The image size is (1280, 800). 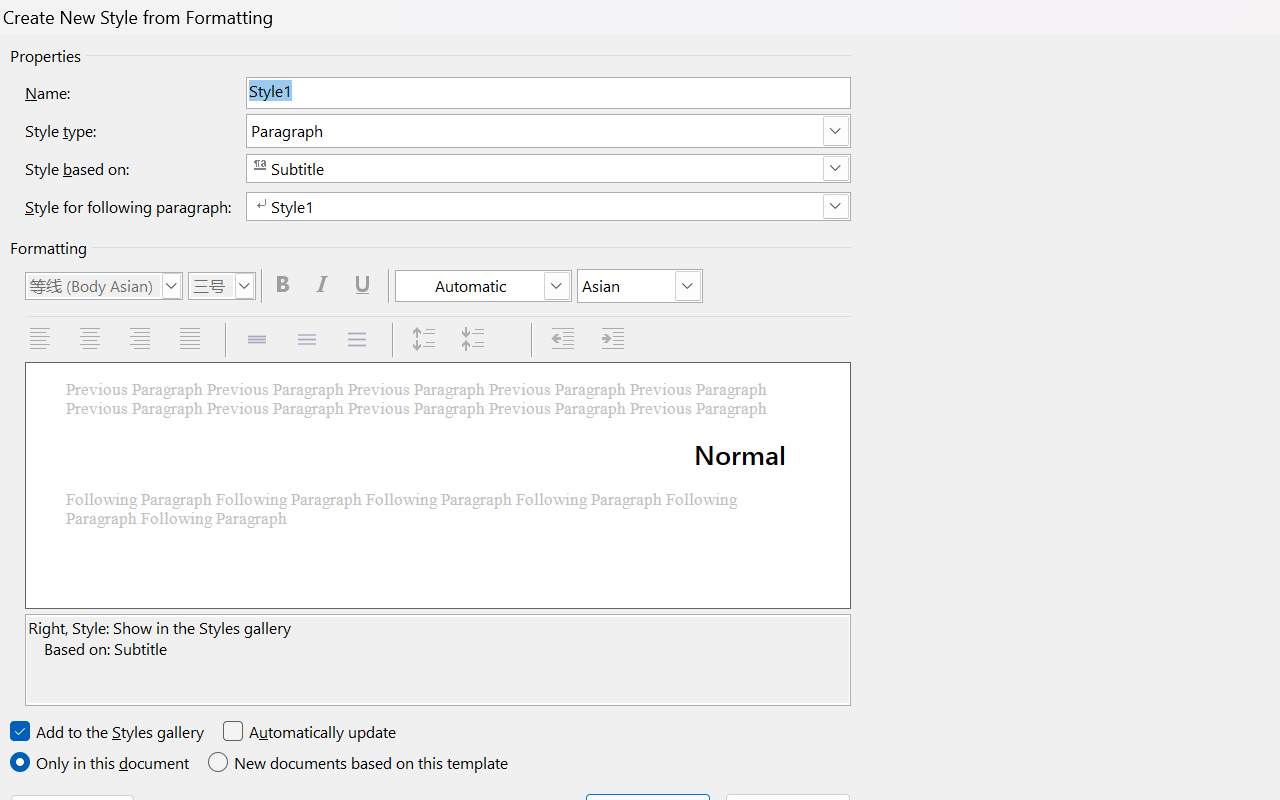 What do you see at coordinates (548, 92) in the screenshot?
I see `'Name:'` at bounding box center [548, 92].